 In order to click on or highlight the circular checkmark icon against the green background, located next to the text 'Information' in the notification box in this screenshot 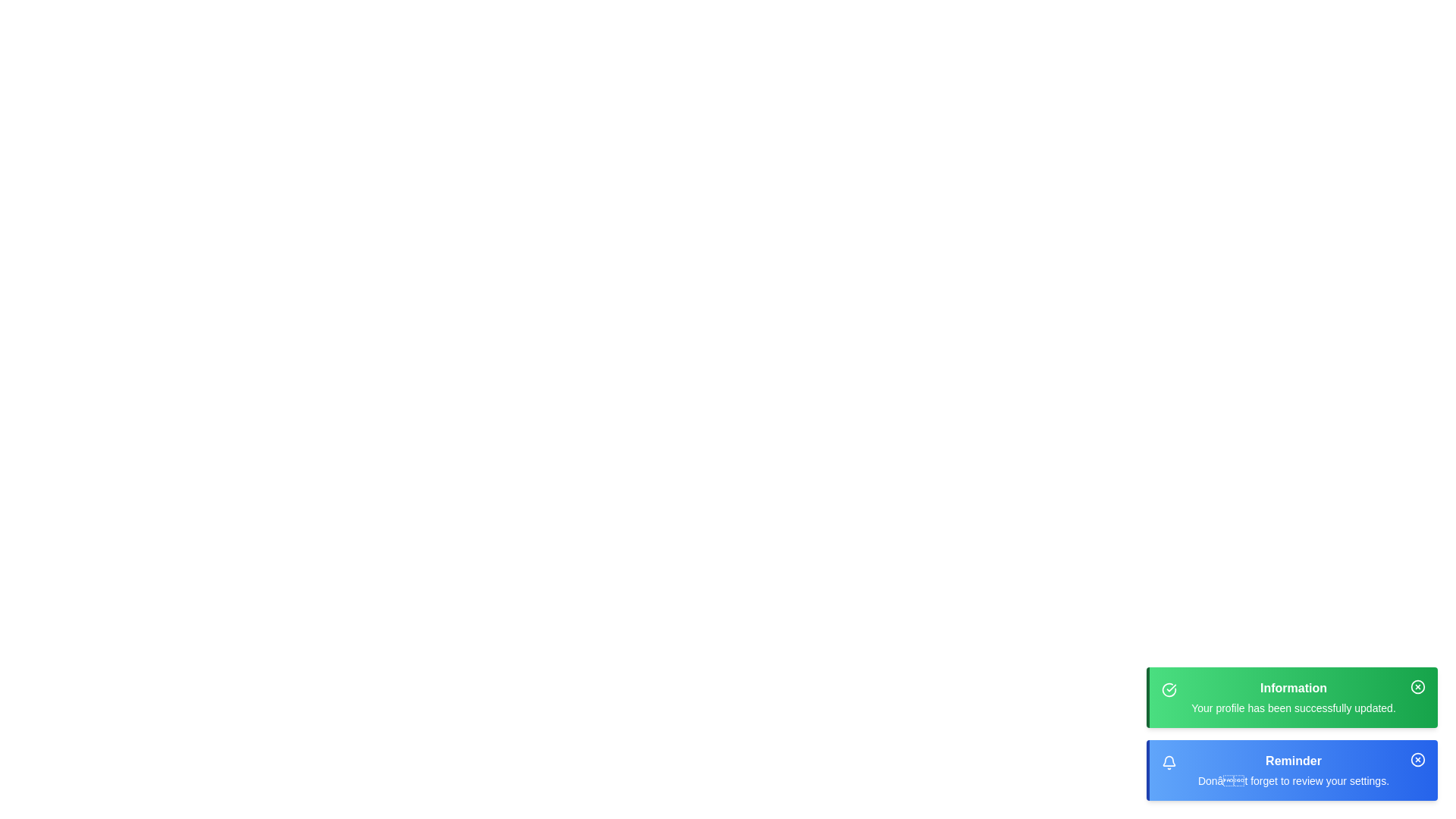, I will do `click(1168, 688)`.